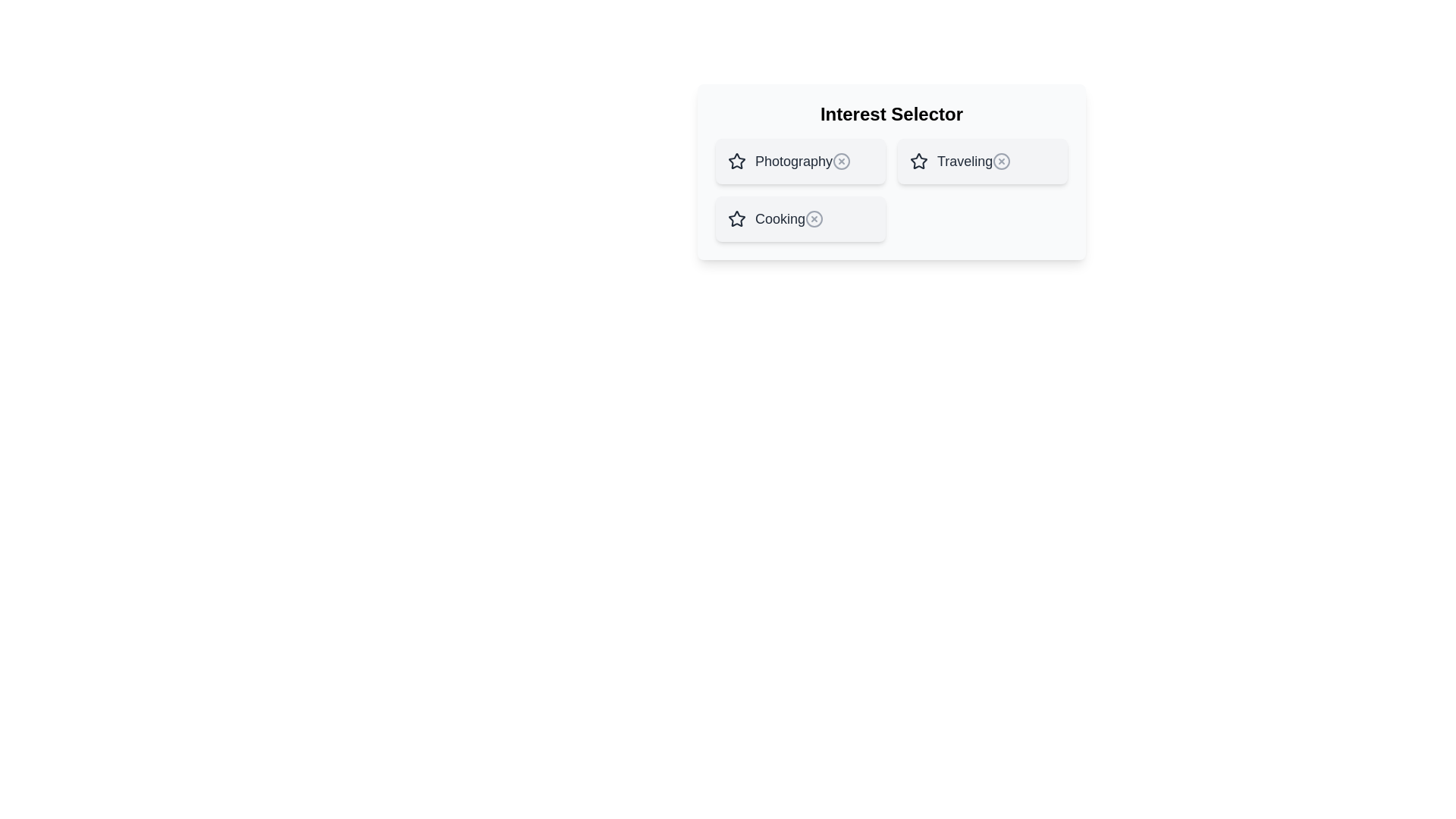 Image resolution: width=1456 pixels, height=819 pixels. I want to click on the item Traveling, so click(983, 161).